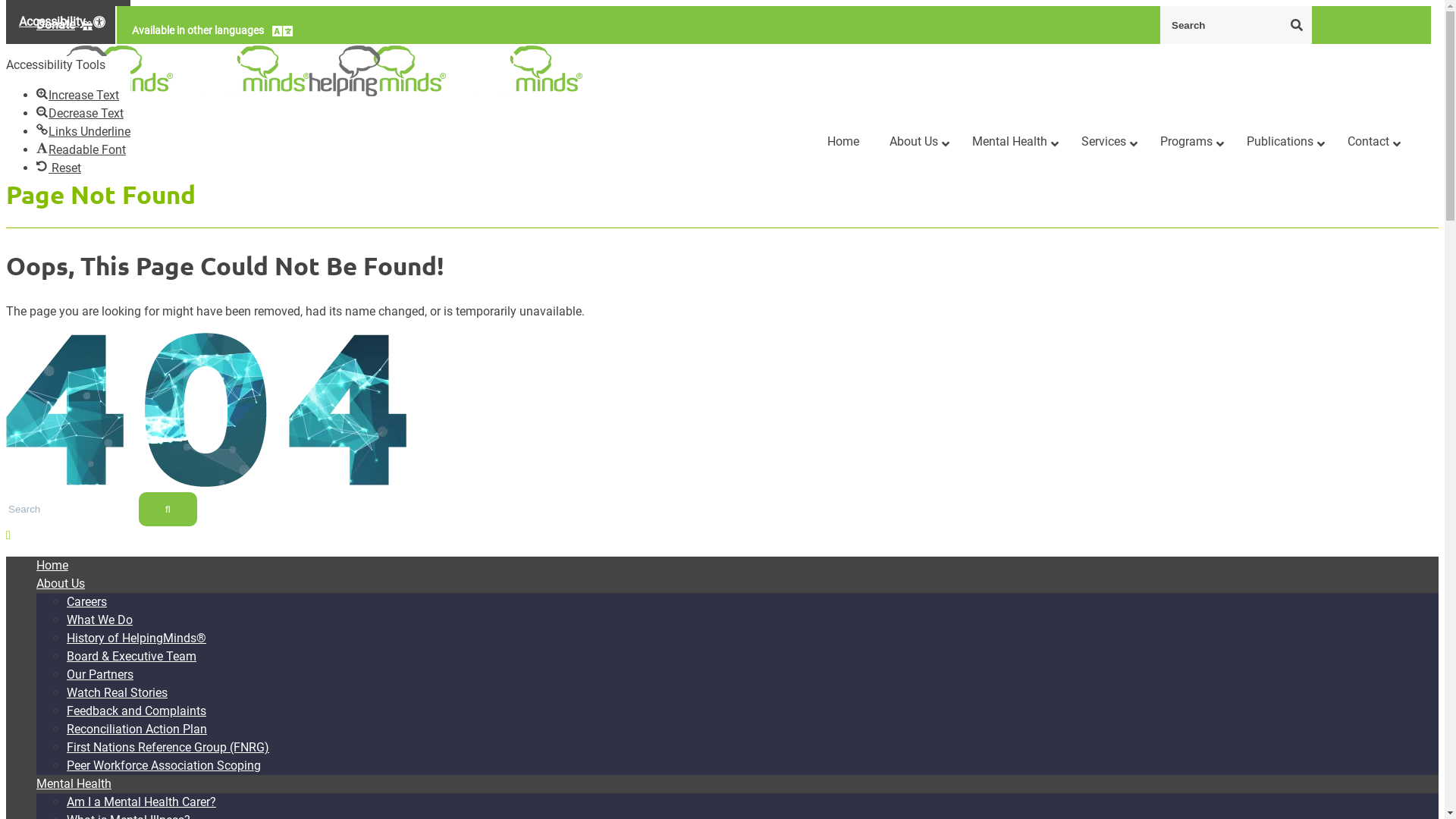 This screenshot has height=819, width=1456. I want to click on 'Home', so click(36, 565).